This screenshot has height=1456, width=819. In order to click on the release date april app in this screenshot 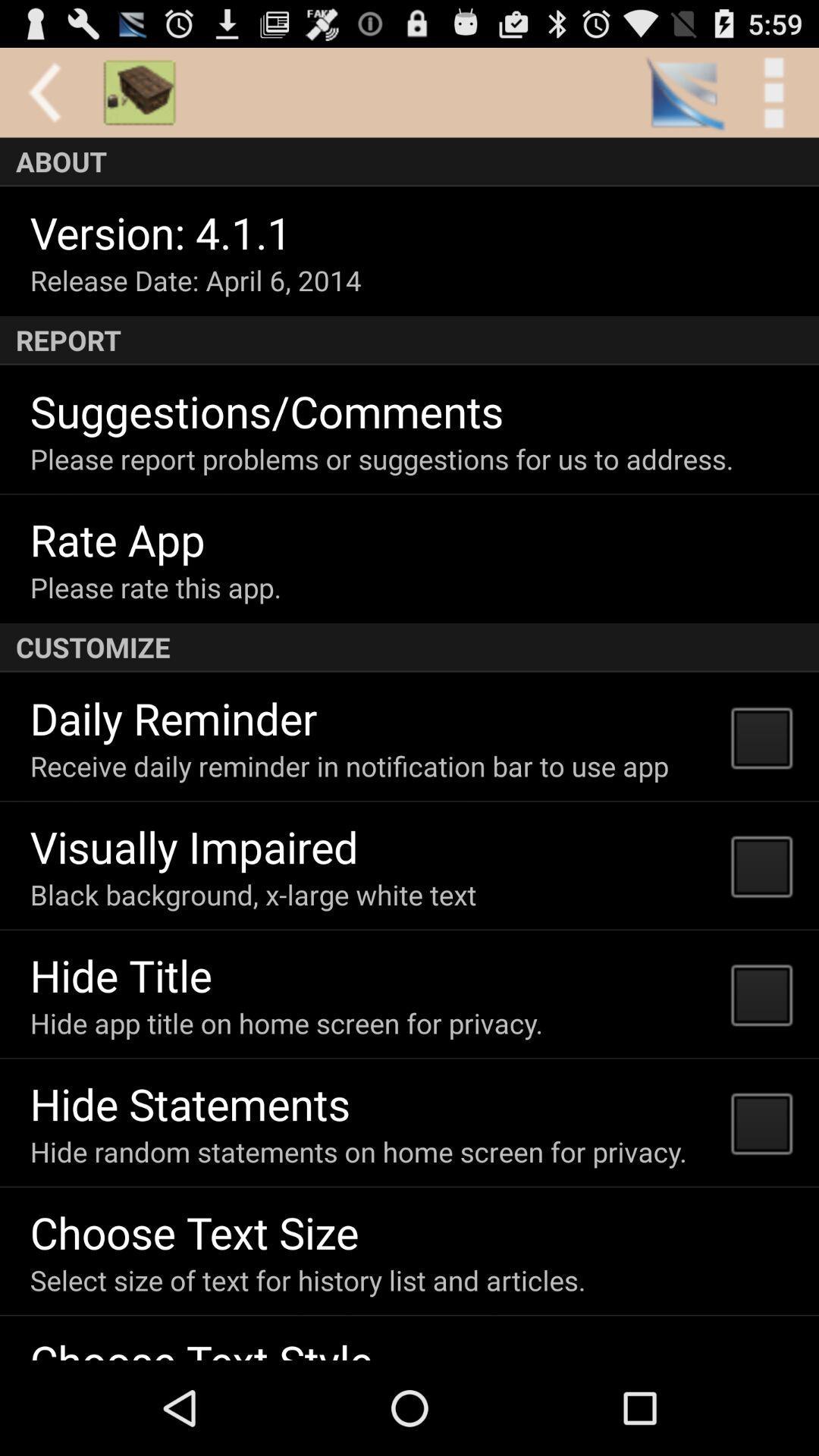, I will do `click(195, 280)`.